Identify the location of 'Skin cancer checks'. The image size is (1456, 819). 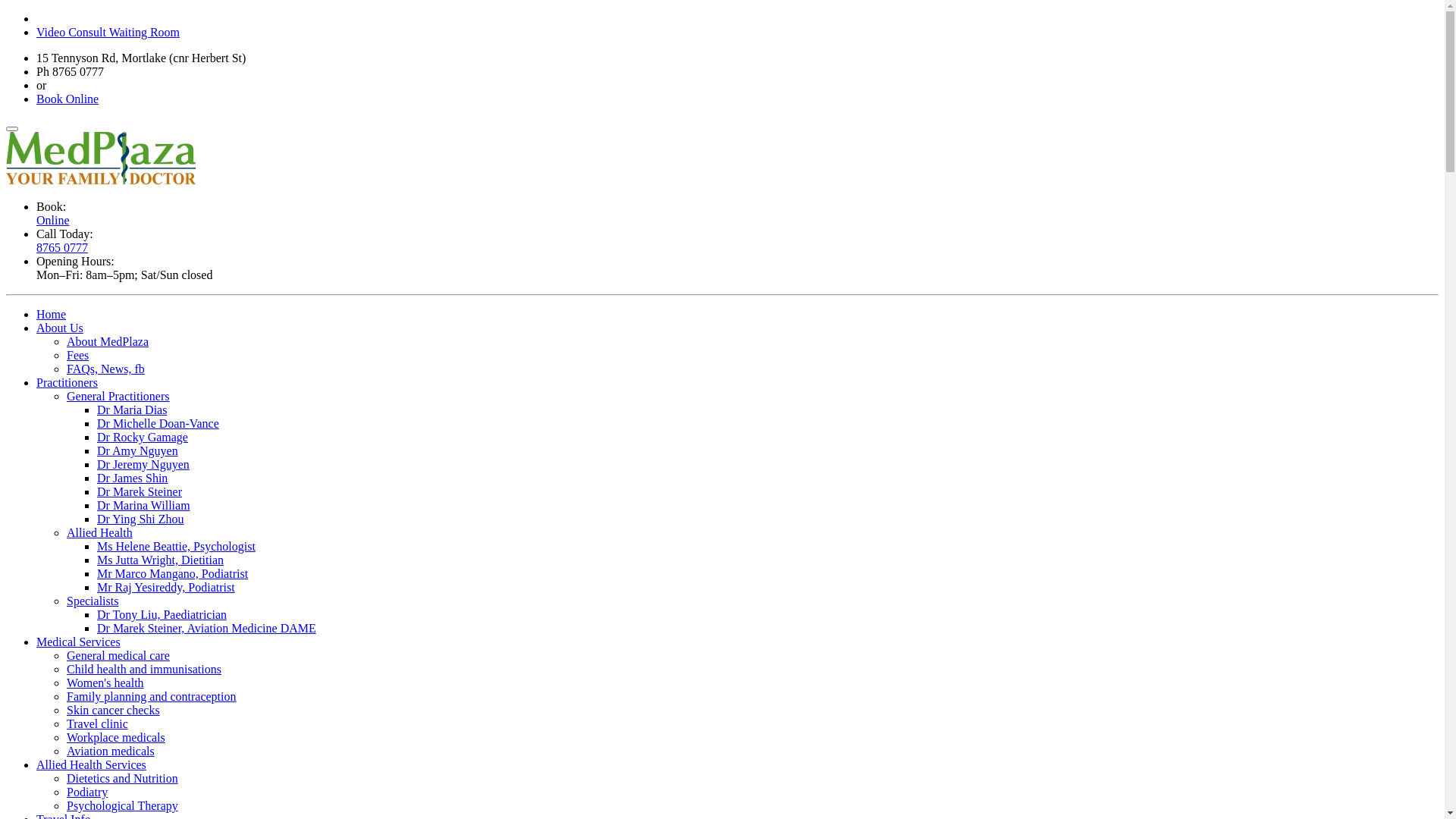
(112, 710).